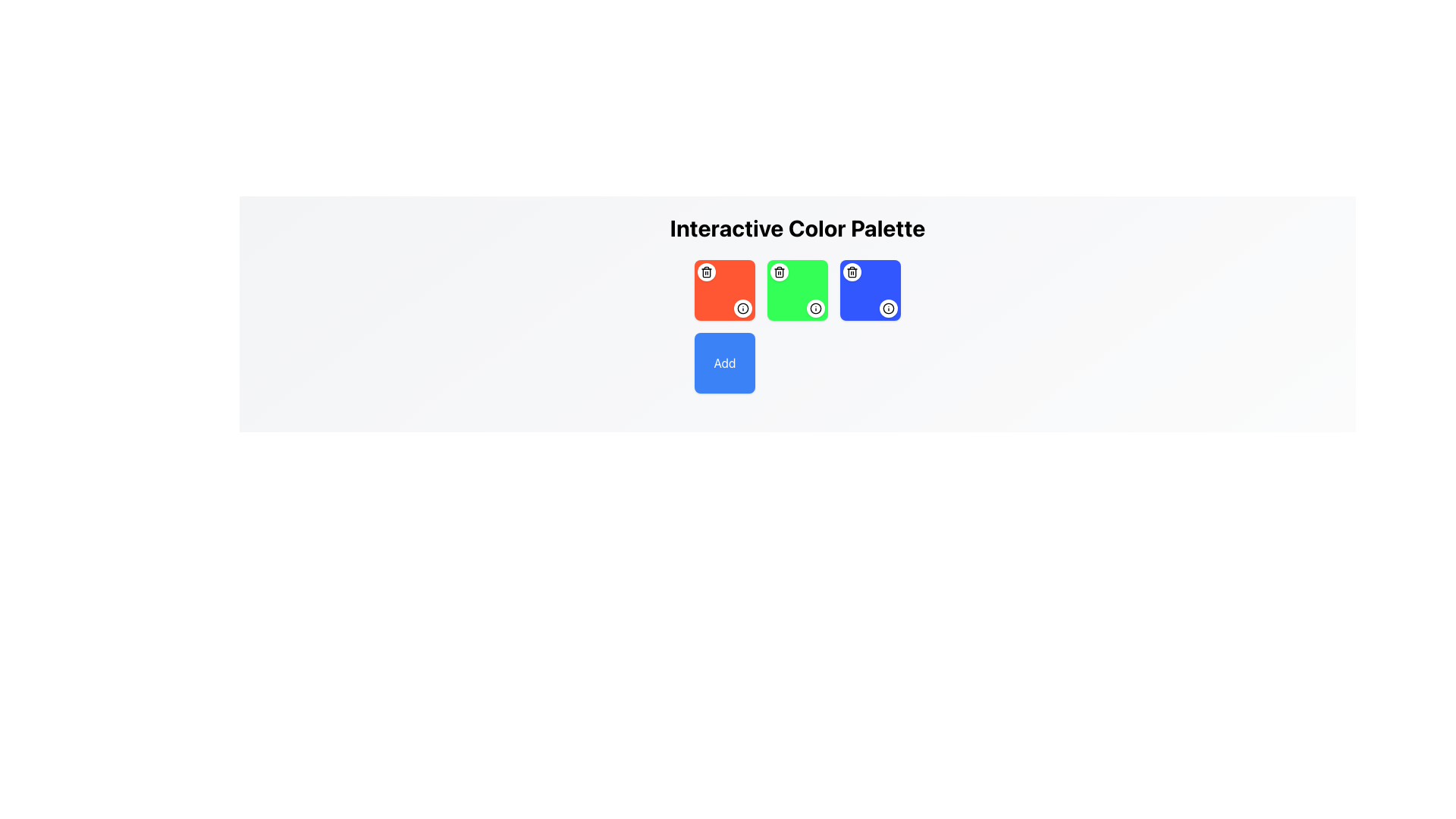 The height and width of the screenshot is (819, 1456). I want to click on the circular icon with an 'i' symbol, which is styled with a thin black stroke and located in the bottom-right corner of the blue square in the top-right corner of the element grid, so click(742, 308).